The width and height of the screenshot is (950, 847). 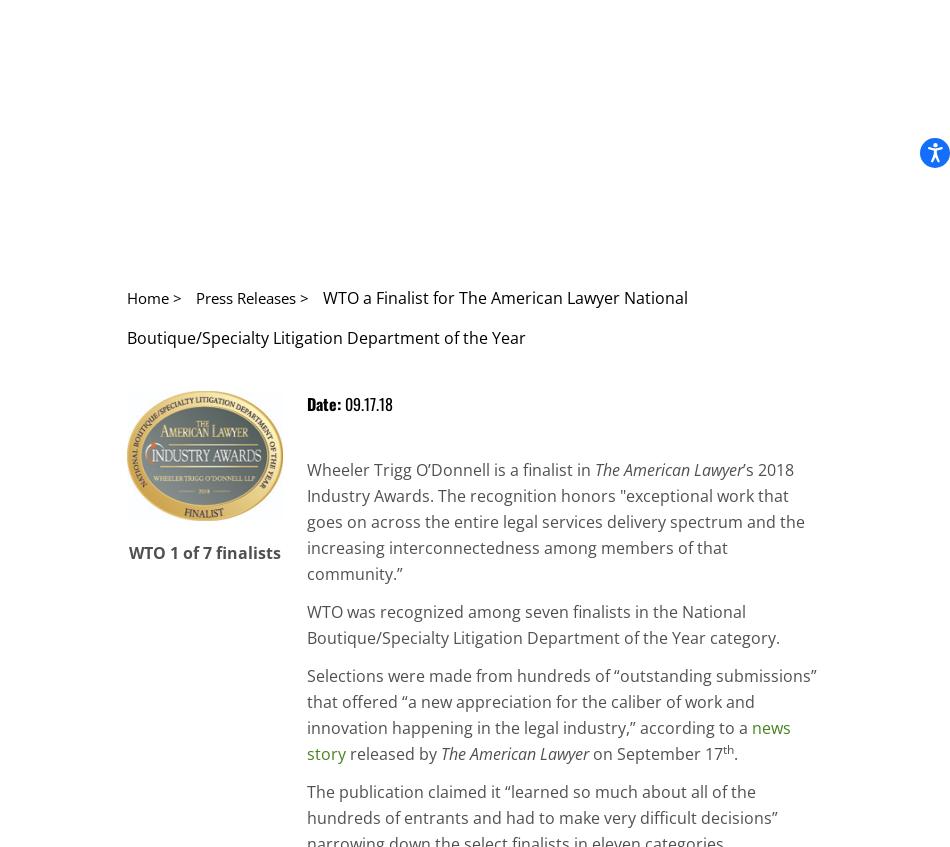 I want to click on 'th', so click(x=727, y=748).